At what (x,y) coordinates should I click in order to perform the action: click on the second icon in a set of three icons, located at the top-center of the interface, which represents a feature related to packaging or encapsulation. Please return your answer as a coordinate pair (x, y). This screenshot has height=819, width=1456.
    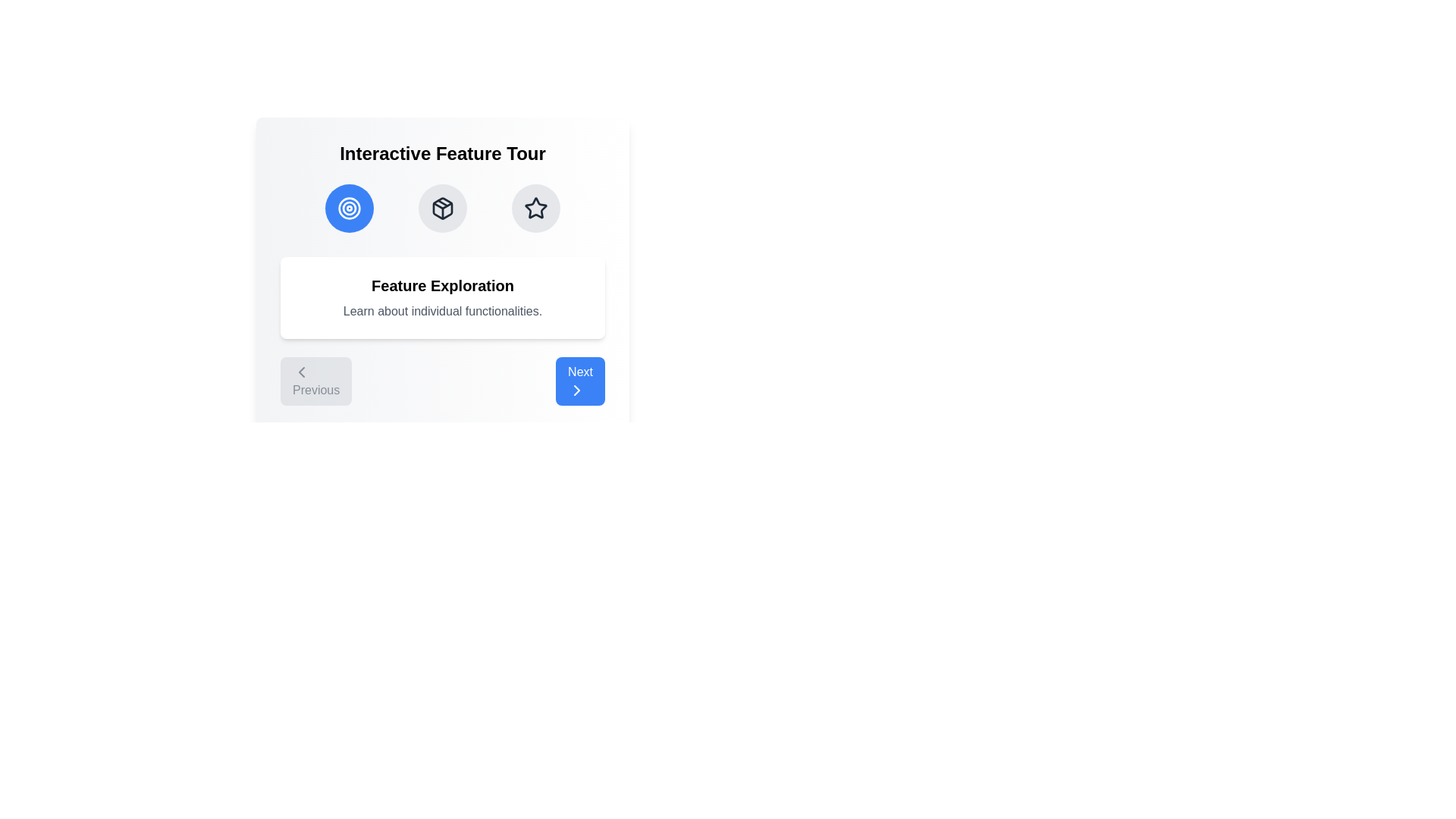
    Looking at the image, I should click on (442, 208).